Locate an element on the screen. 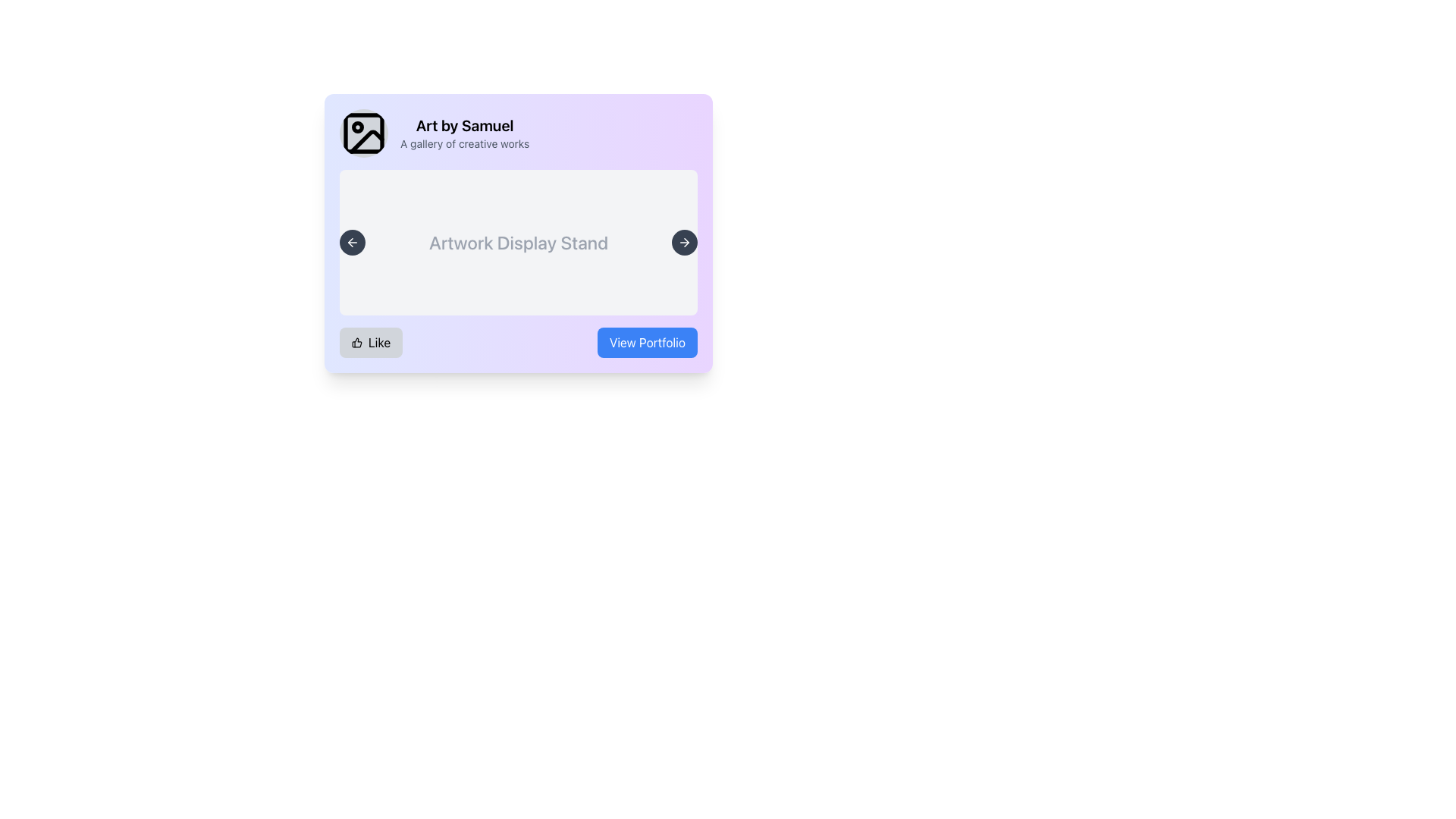 The height and width of the screenshot is (819, 1456). the text label displaying 'Art by Samuel', which is a bold title positioned in the top-left area of the card-like component is located at coordinates (464, 124).